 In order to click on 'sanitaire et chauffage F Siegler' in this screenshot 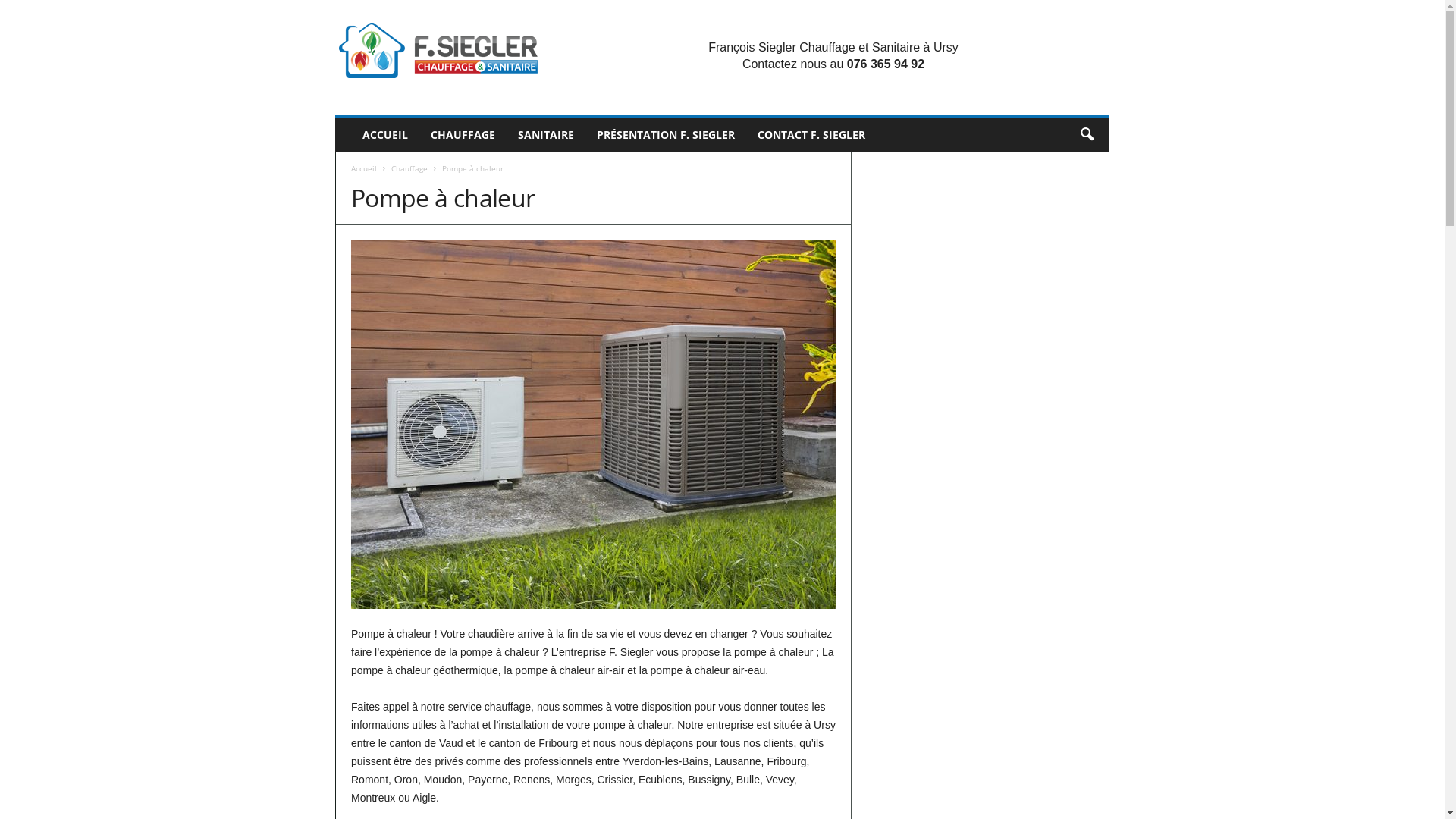, I will do `click(437, 49)`.